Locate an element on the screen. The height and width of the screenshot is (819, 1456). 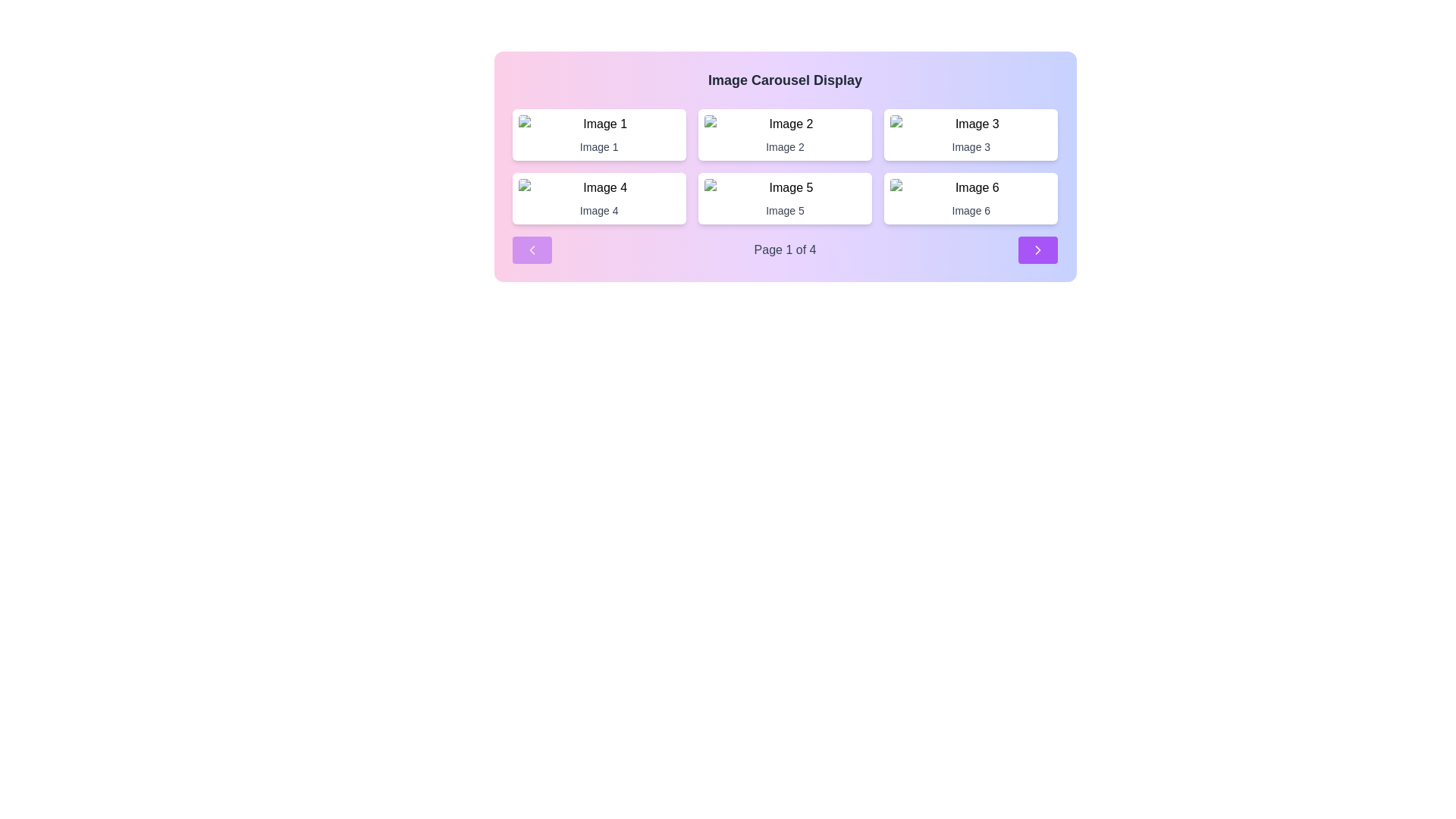
the image element with alternate text 'Image 5', which is the second row's middle item in a grid of image cards is located at coordinates (785, 187).